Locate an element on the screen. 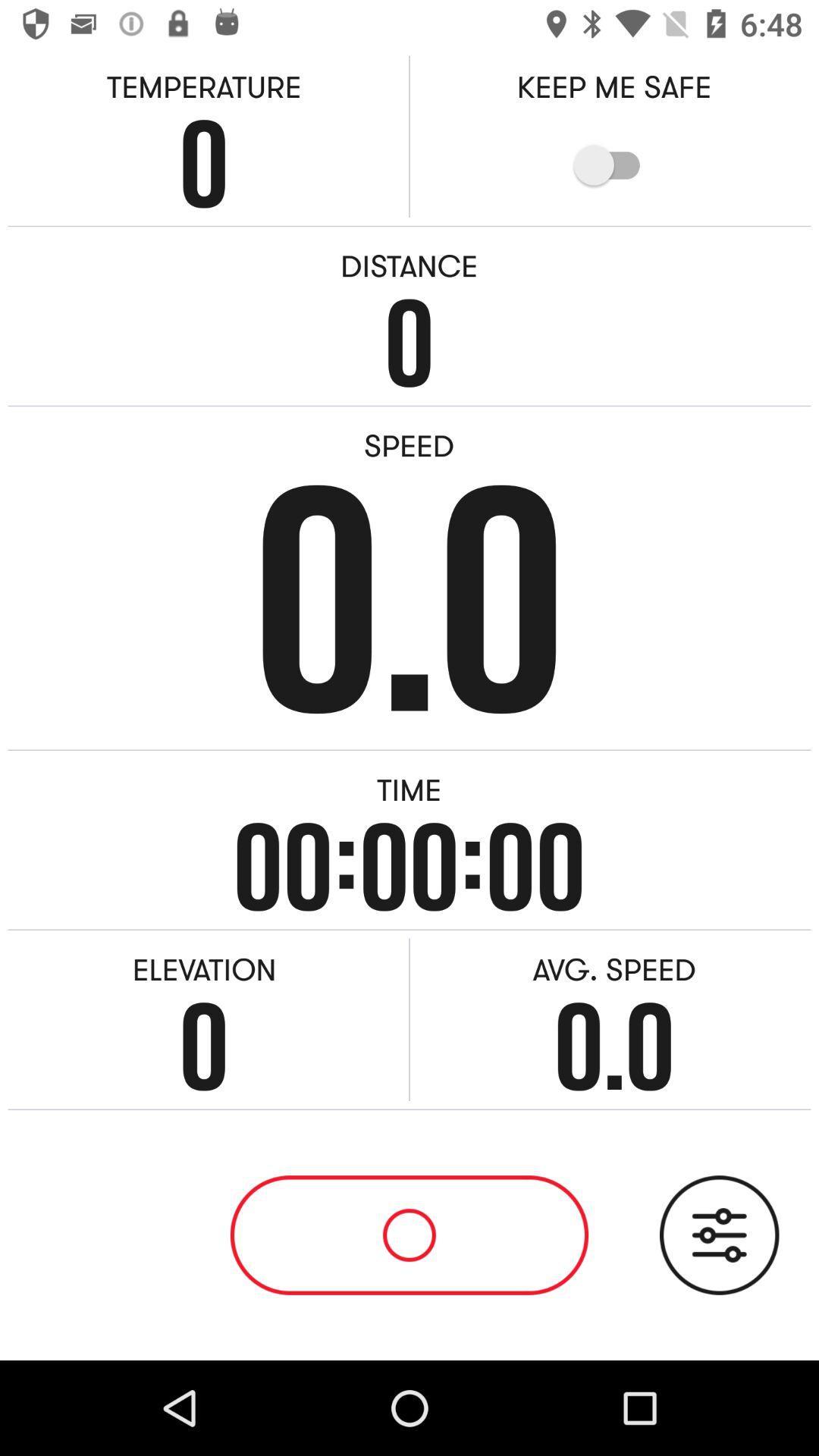 The width and height of the screenshot is (819, 1456). app settings is located at coordinates (718, 1235).